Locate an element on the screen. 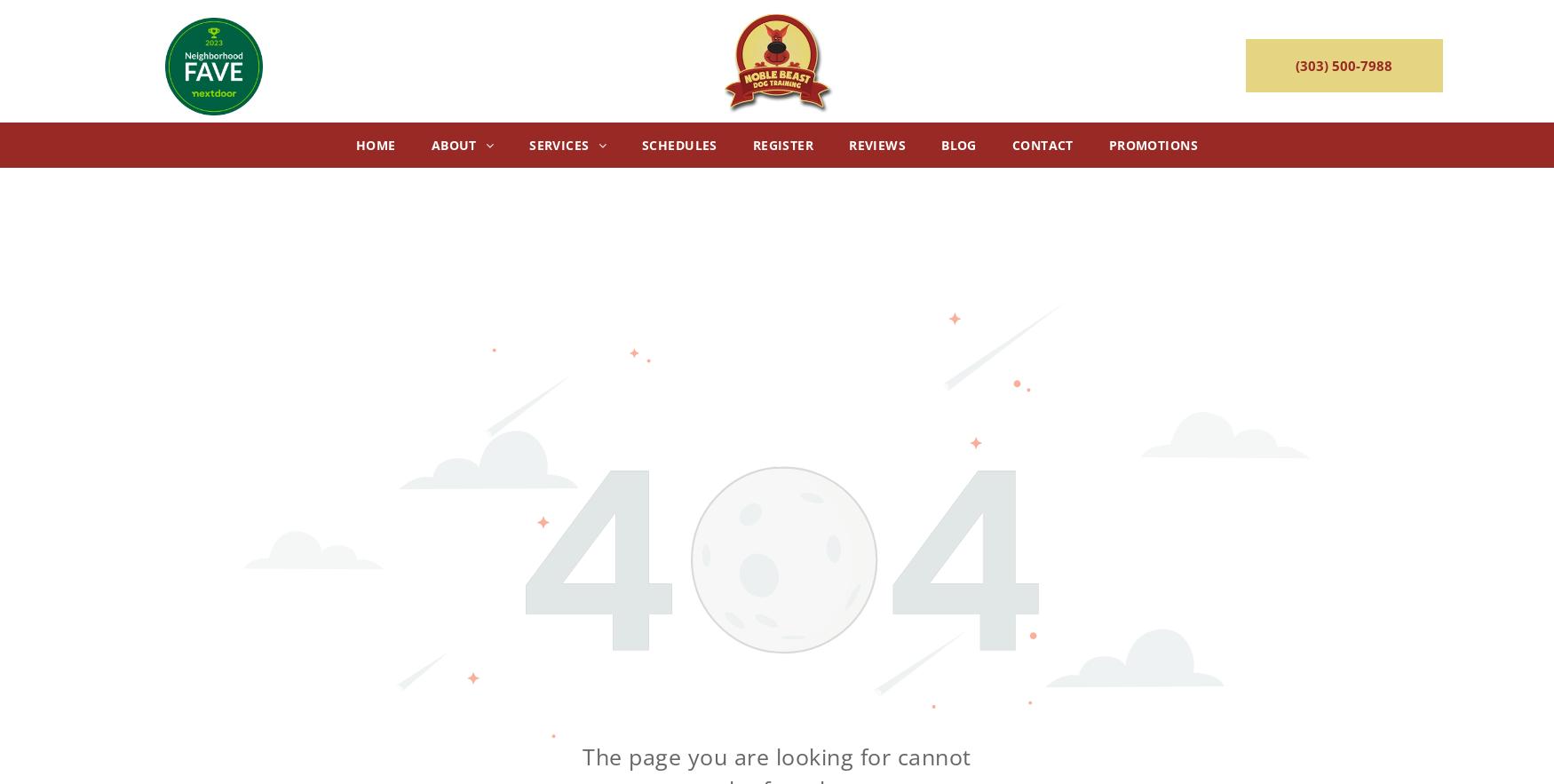  'AKC Canine Good Citizen Class & Testing' is located at coordinates (840, 341).